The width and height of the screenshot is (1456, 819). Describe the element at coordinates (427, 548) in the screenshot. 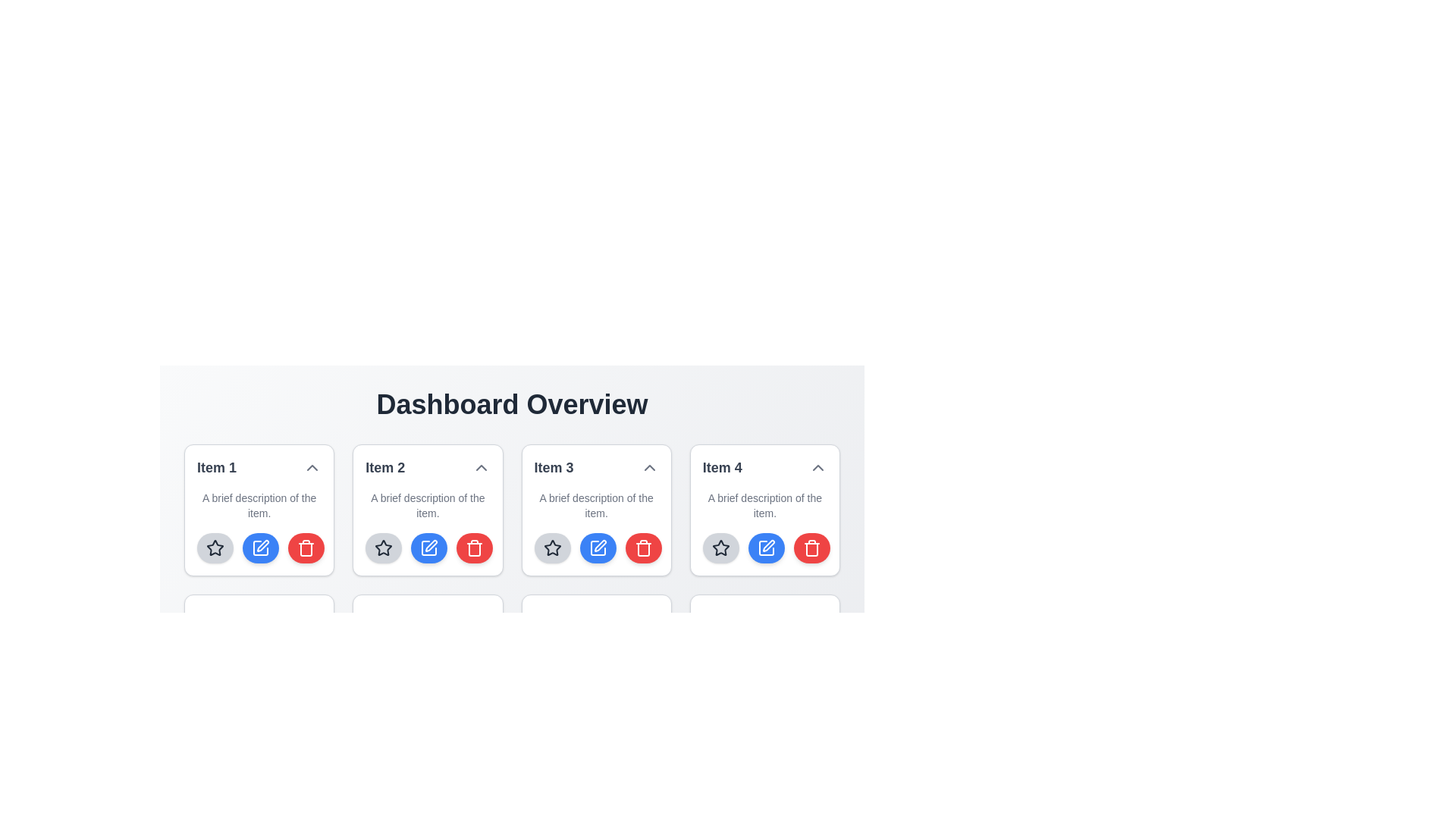

I see `the blue circular button with a white pen icon located in the 'Item 2' section, which is the second button in a row of three action buttons at the bottom` at that location.